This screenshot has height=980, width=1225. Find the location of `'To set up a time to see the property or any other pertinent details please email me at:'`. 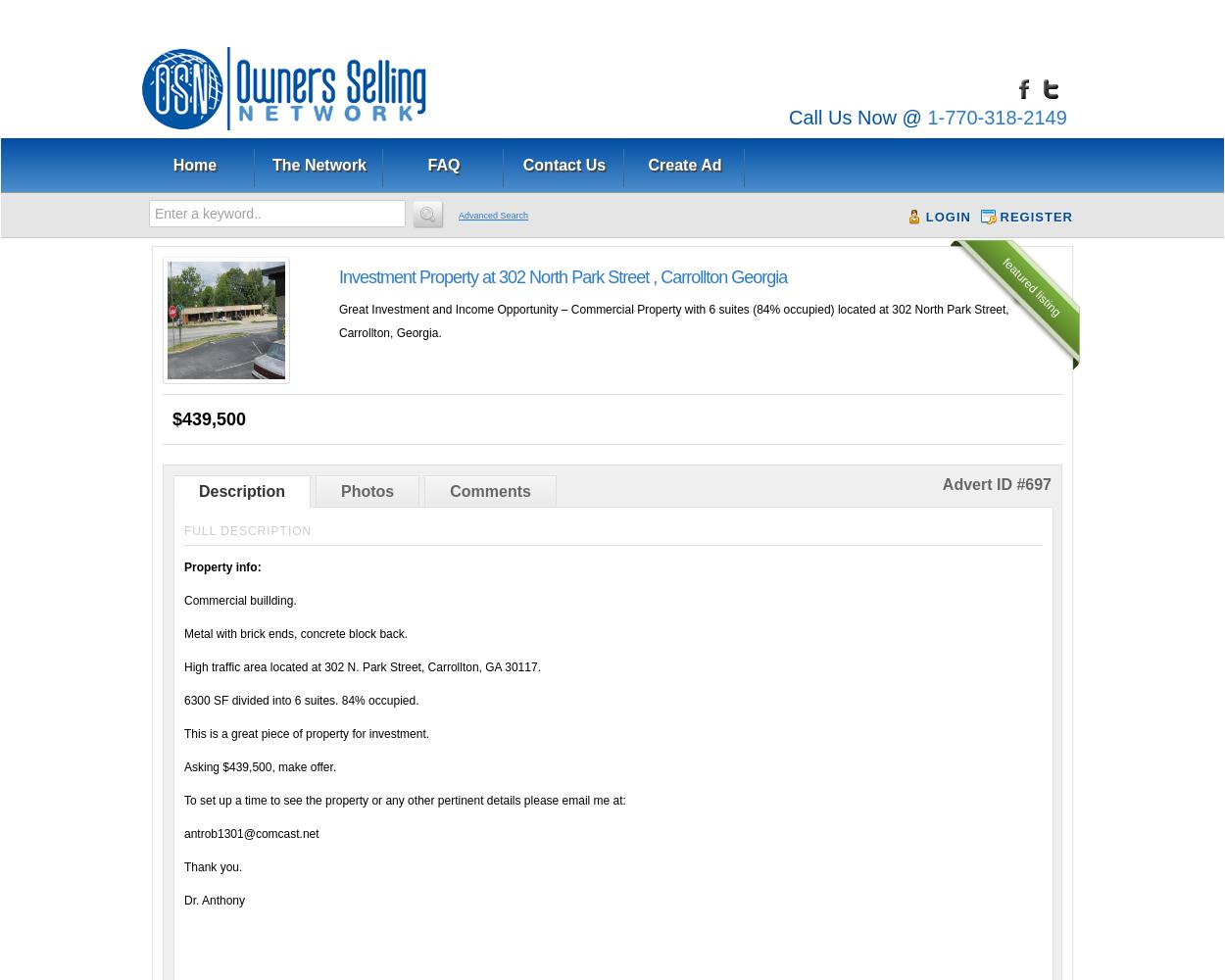

'To set up a time to see the property or any other pertinent details please email me at:' is located at coordinates (405, 800).